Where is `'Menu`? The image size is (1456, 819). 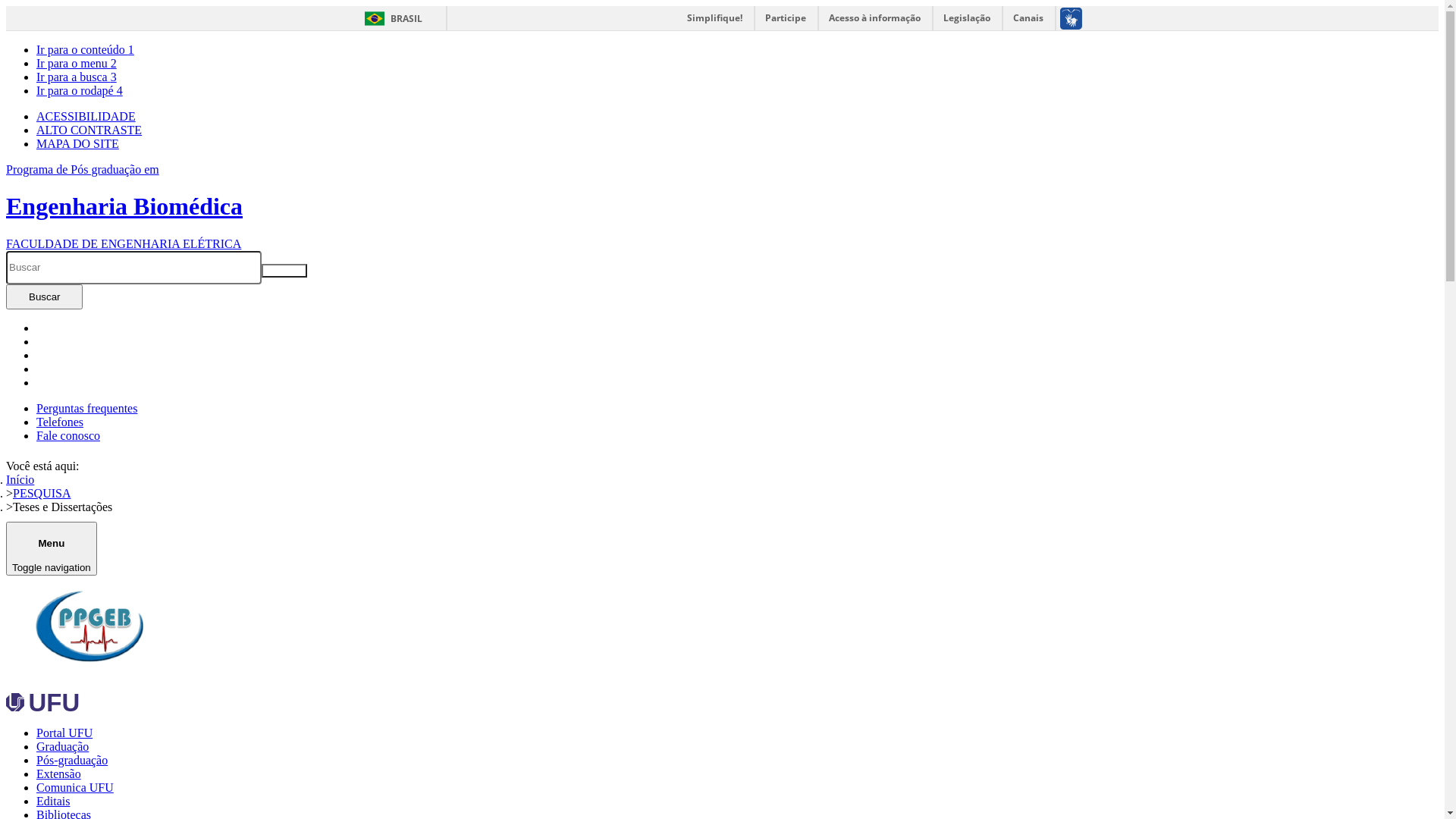 'Menu is located at coordinates (51, 548).